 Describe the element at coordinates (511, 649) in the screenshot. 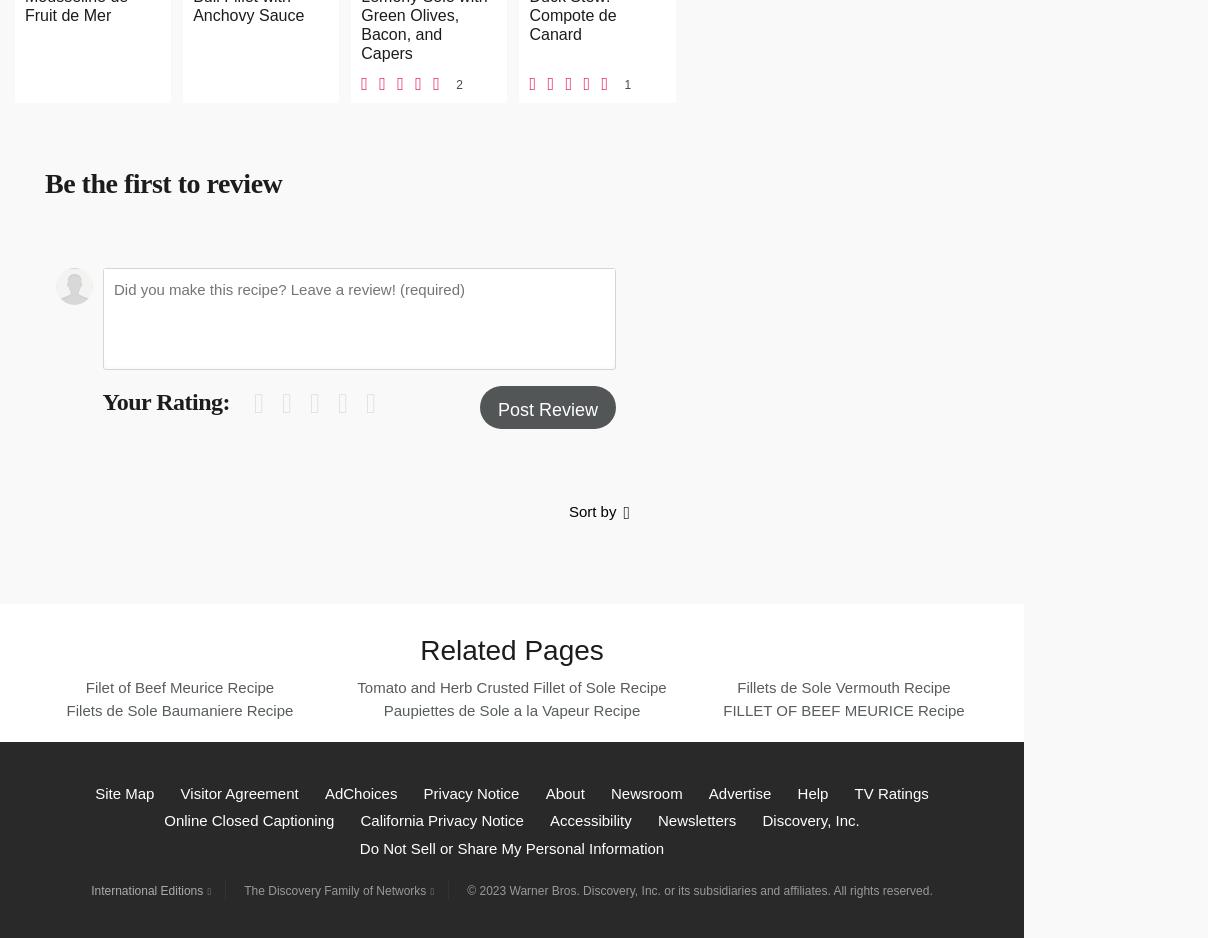

I see `'Related Pages'` at that location.